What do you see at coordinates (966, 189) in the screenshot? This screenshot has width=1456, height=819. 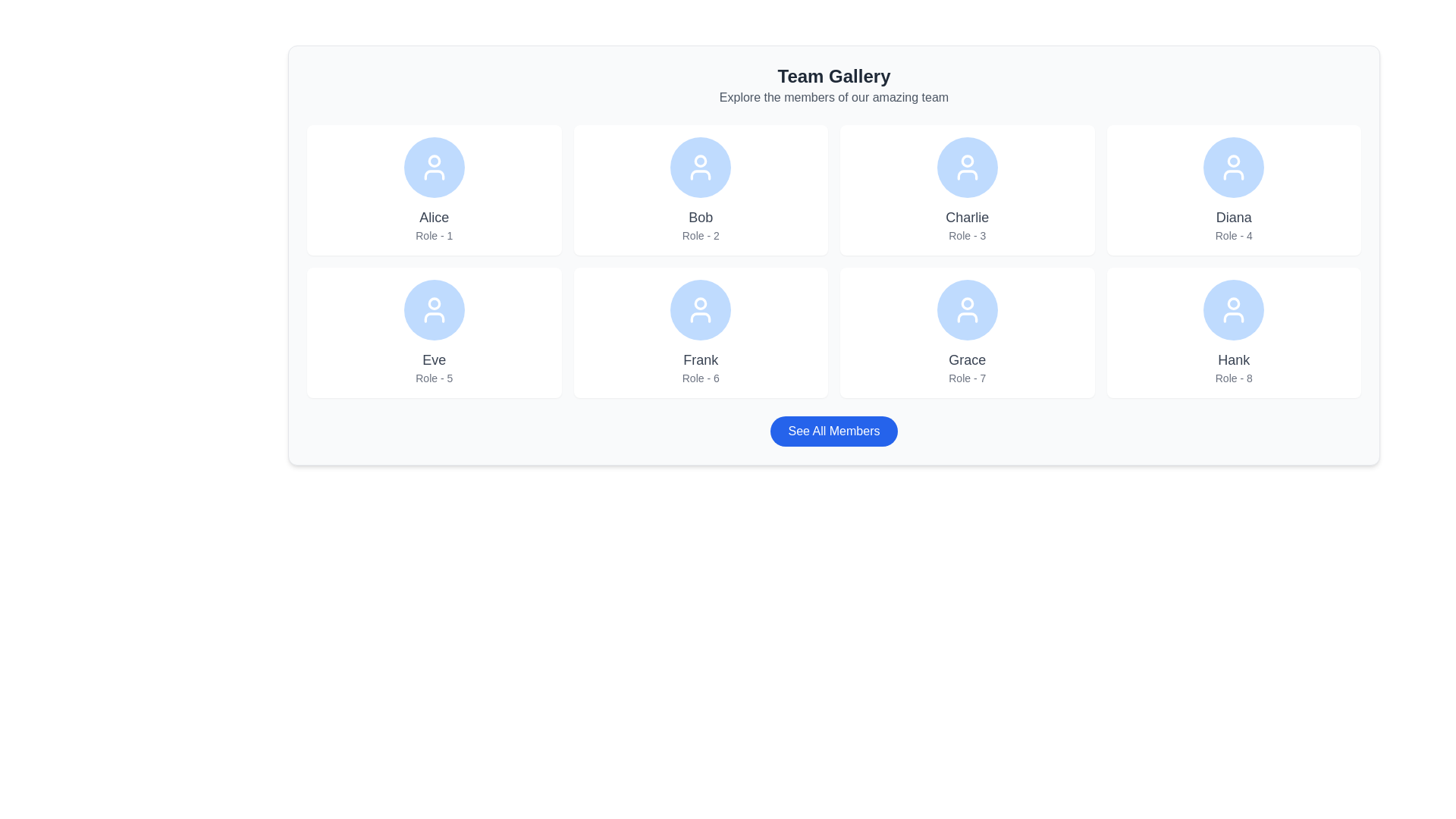 I see `the third user profile card in the grid layout, which displays a user's name and role, located in the first row and third column adjacent to 'Bob' and 'Diana'` at bounding box center [966, 189].